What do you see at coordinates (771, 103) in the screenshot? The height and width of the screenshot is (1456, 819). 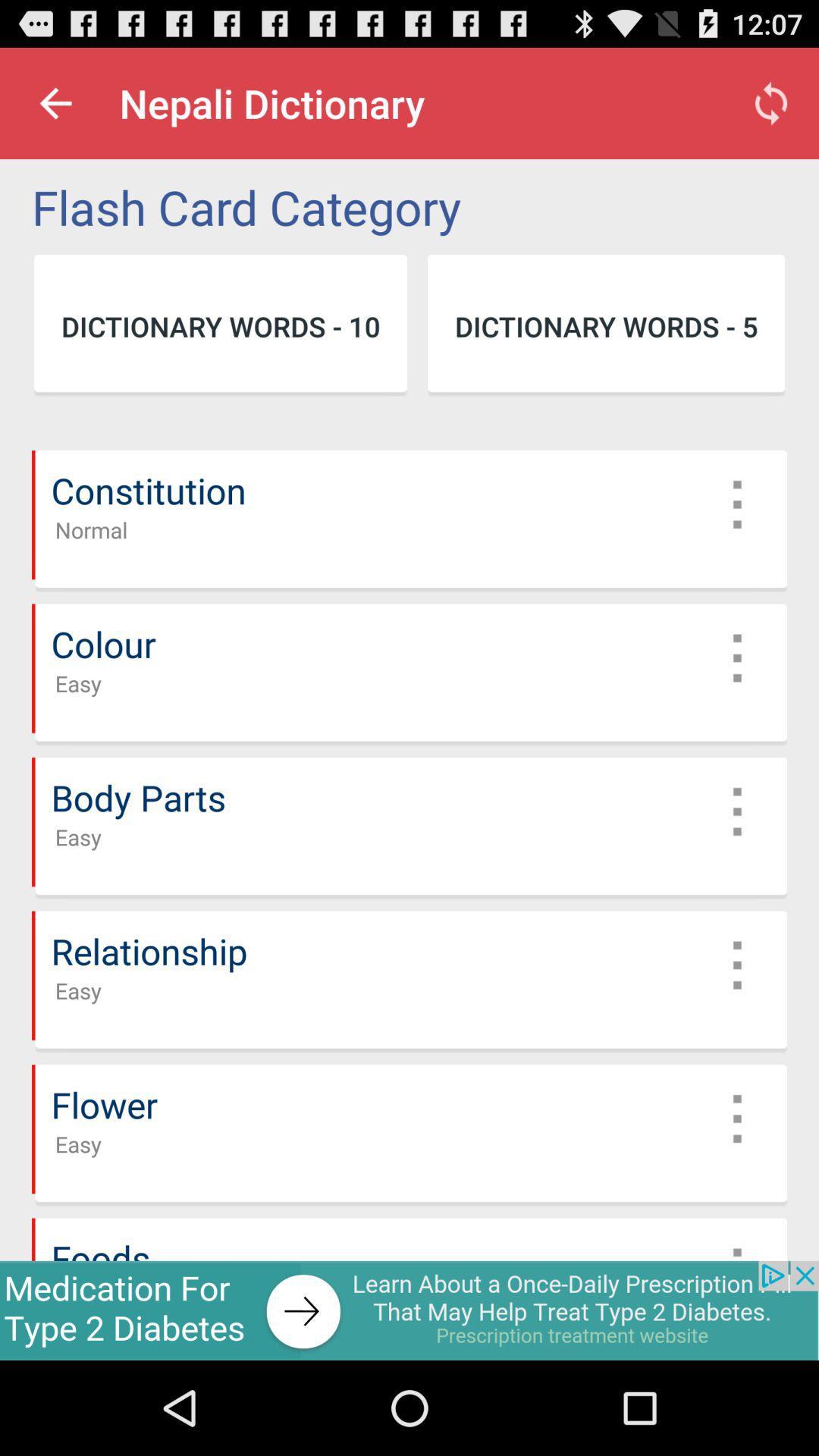 I see `refresh button on top right of page` at bounding box center [771, 103].